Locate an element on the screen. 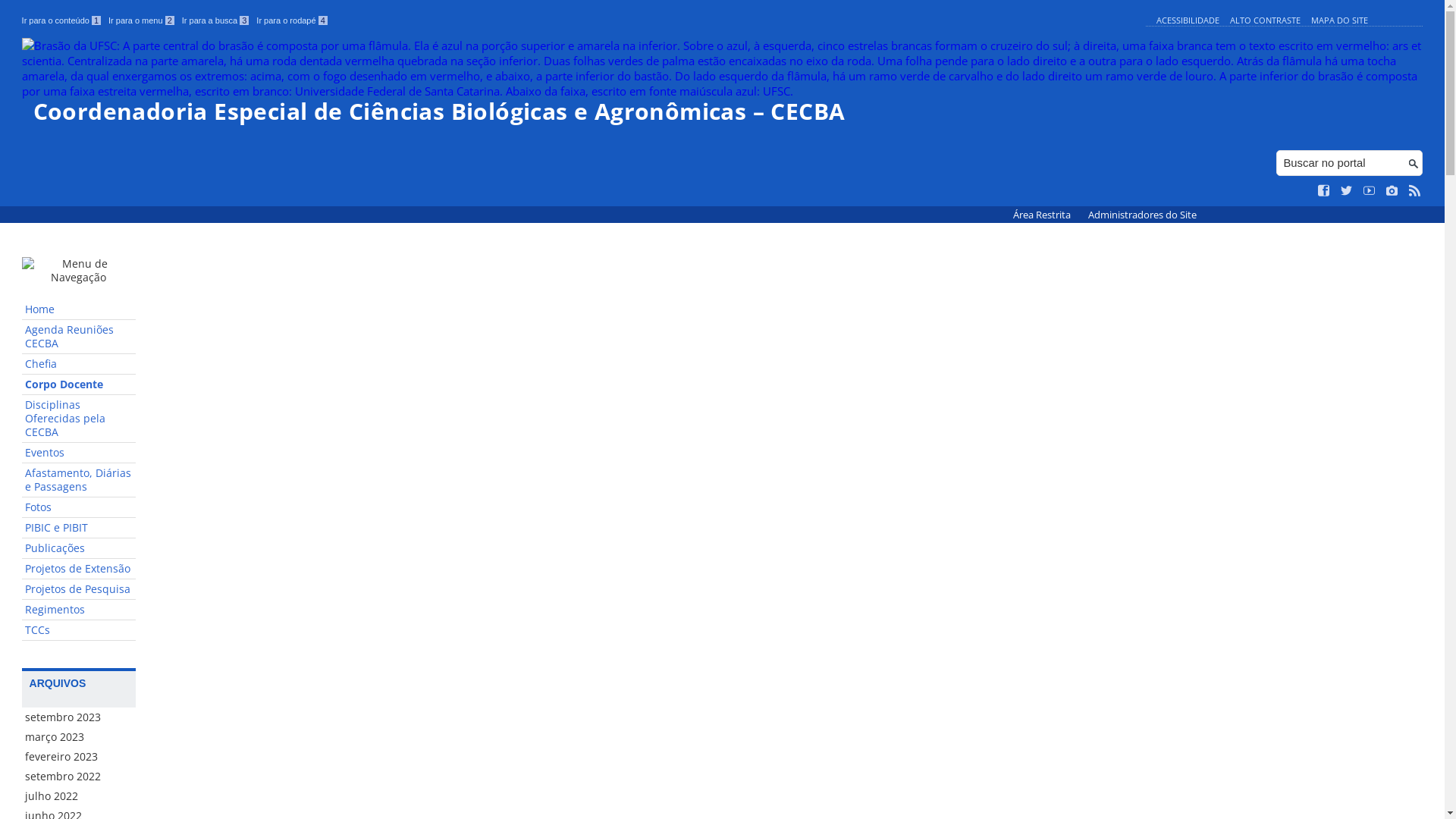  'fevereiro 2023' is located at coordinates (78, 757).